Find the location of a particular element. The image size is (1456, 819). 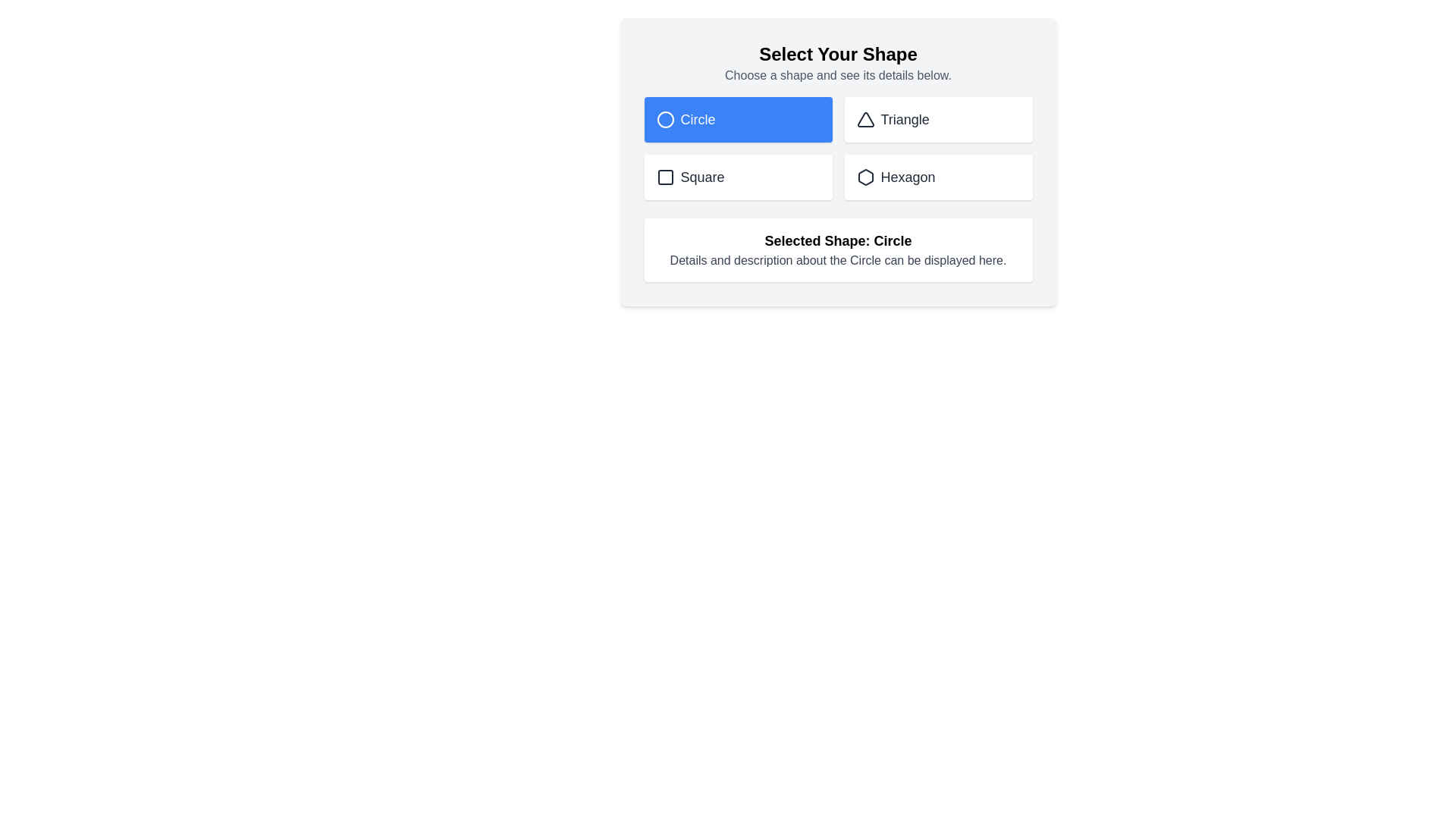

the text label that provides feedback on the currently selected shape, located centrally at the bottom of the shape selection grid is located at coordinates (837, 240).